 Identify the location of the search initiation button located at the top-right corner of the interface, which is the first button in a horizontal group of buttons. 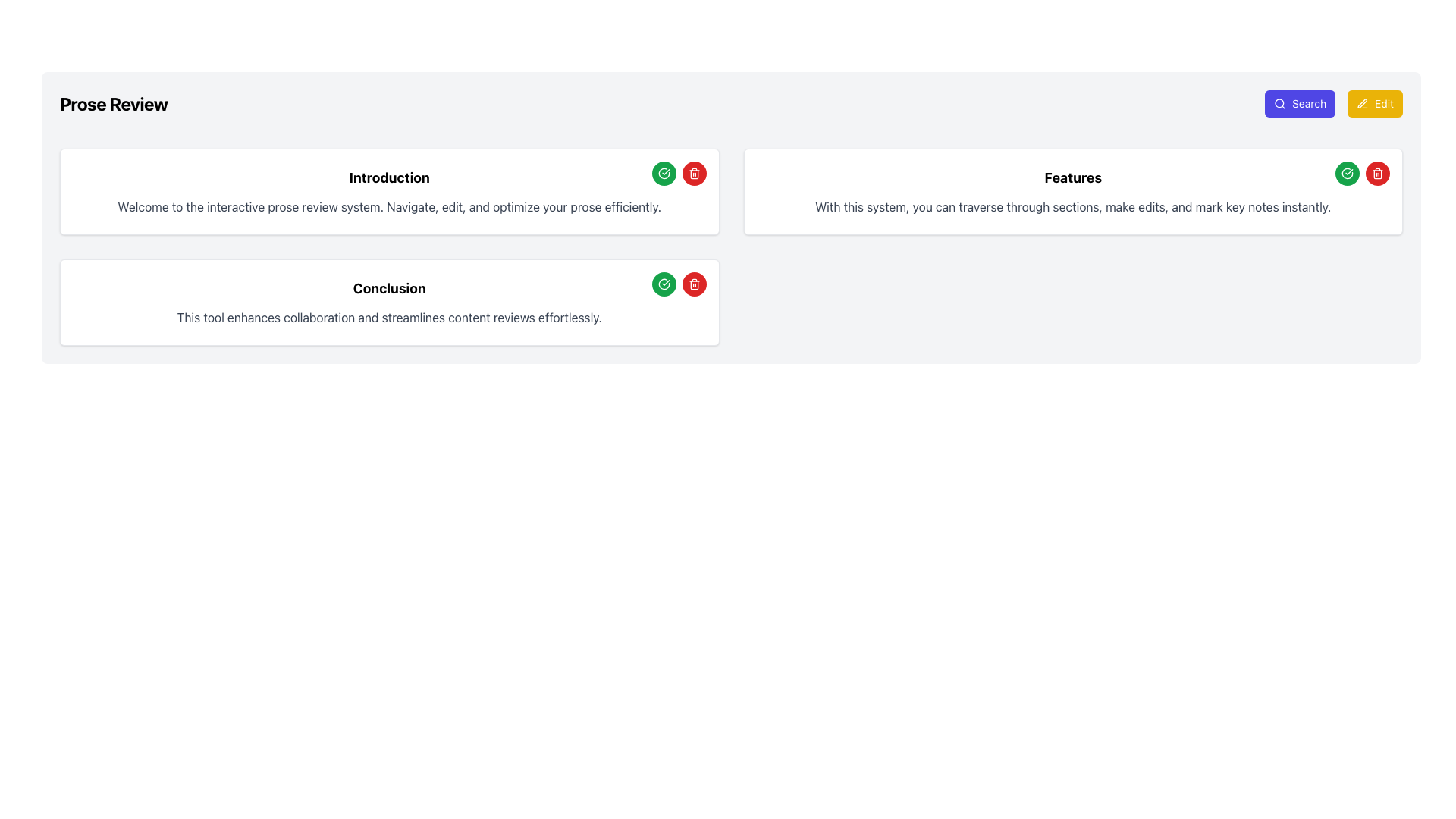
(1299, 103).